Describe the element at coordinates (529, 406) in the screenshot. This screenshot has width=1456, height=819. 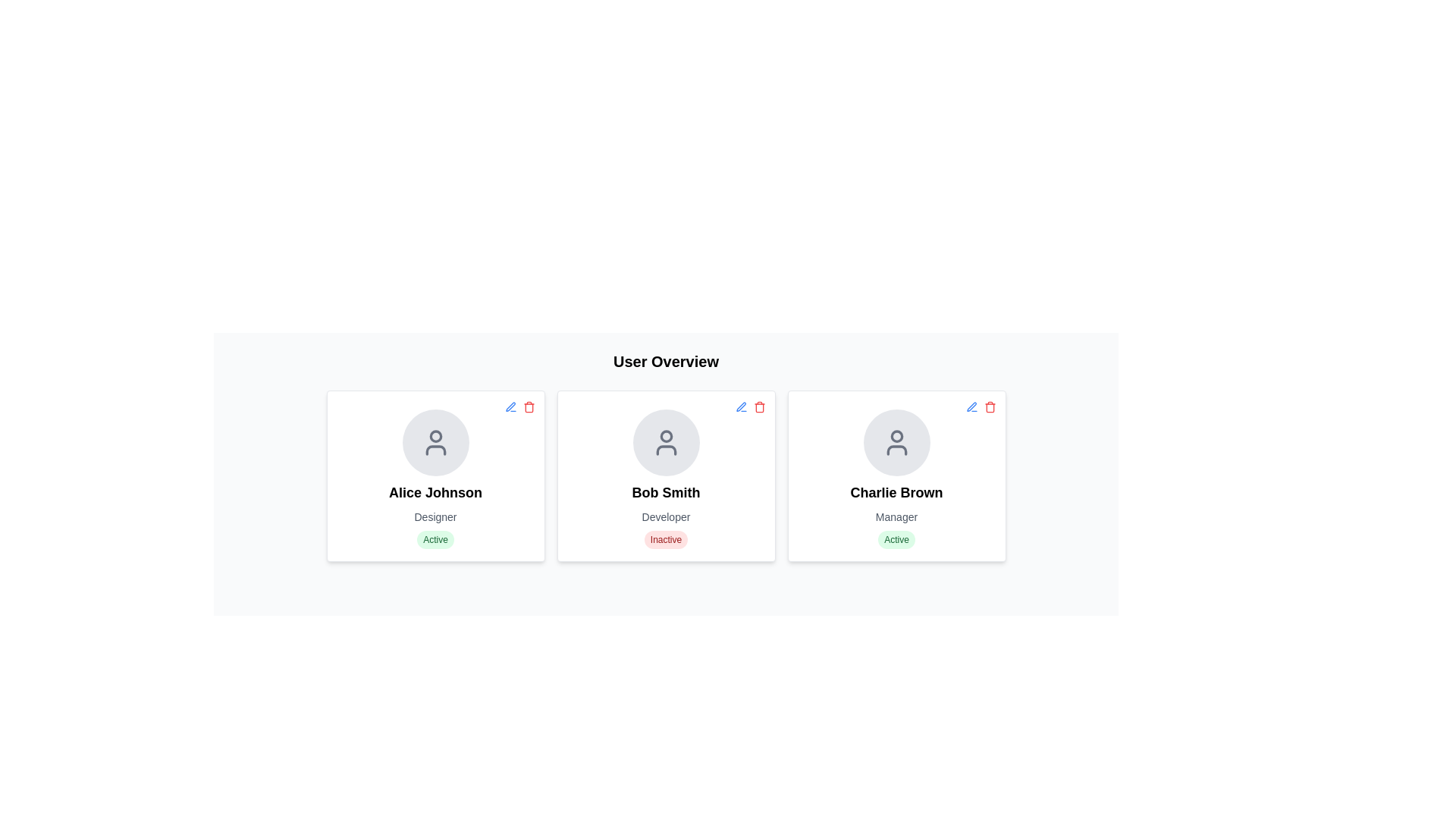
I see `the delete button located in the top right corner of the card labeled 'Alice Johnson', which is the second interactive element from the left following the blue pen icon` at that location.